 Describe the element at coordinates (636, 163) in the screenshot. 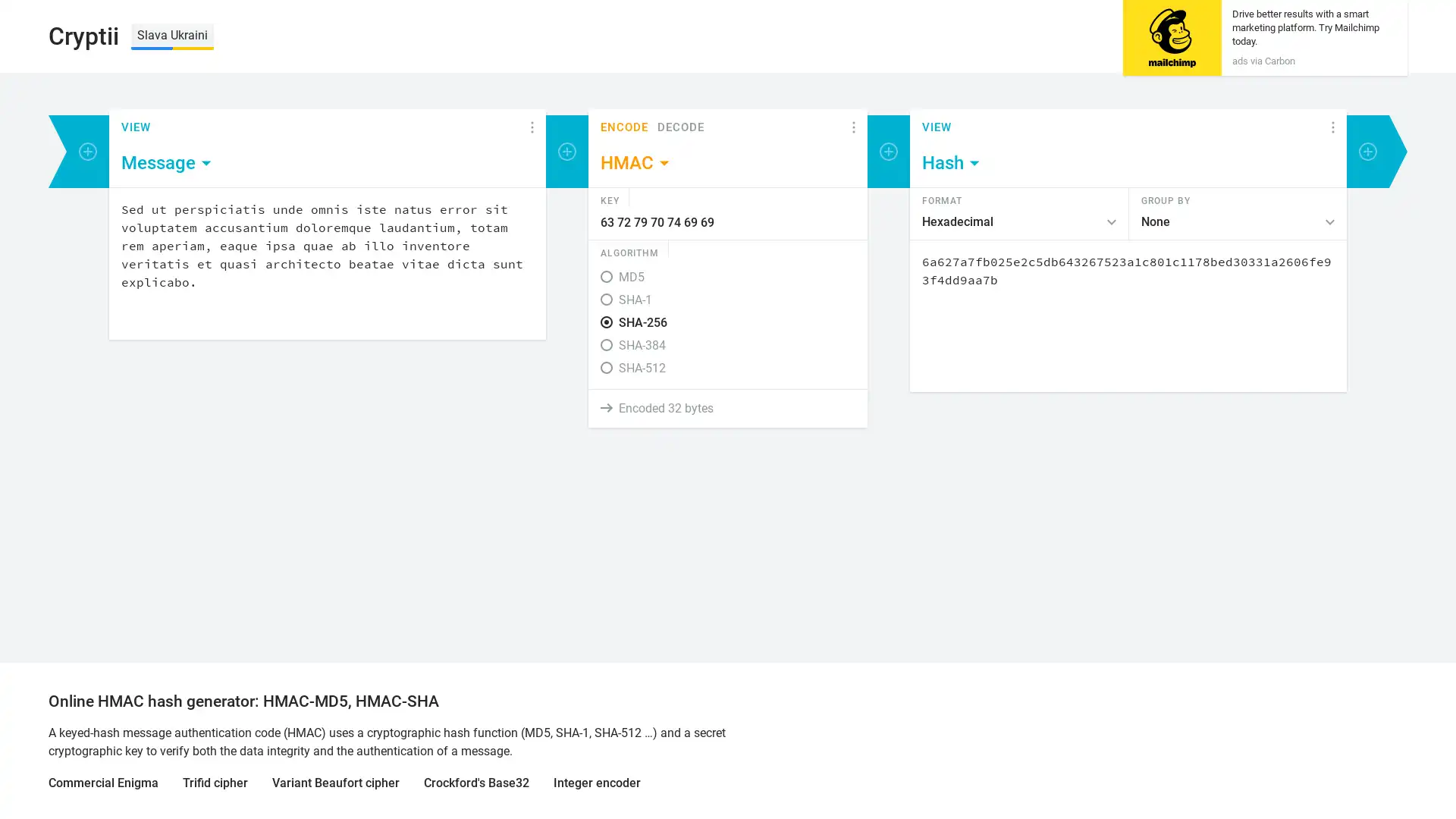

I see `HMAC` at that location.